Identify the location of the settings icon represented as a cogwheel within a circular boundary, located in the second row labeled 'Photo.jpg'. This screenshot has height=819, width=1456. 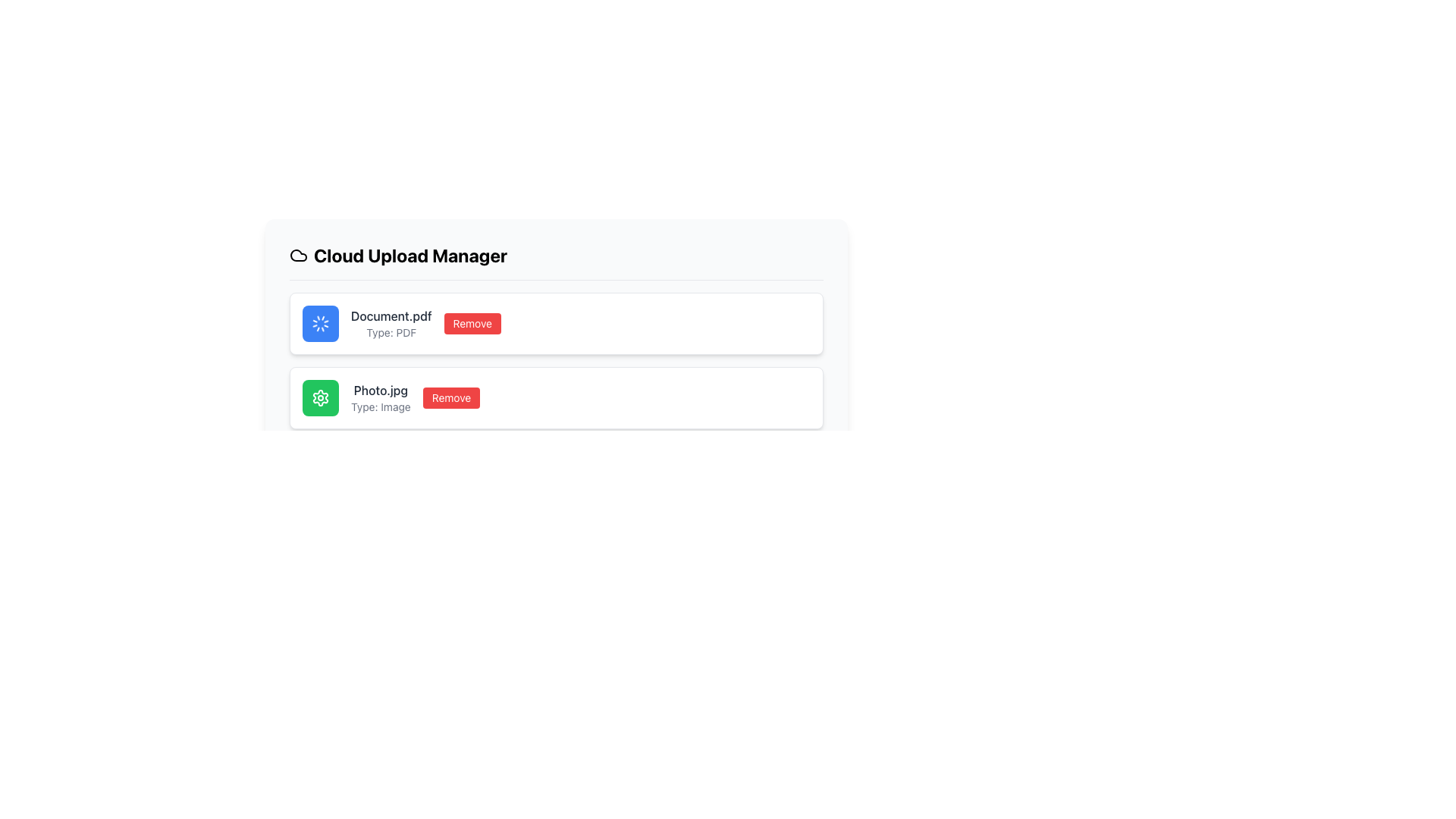
(319, 397).